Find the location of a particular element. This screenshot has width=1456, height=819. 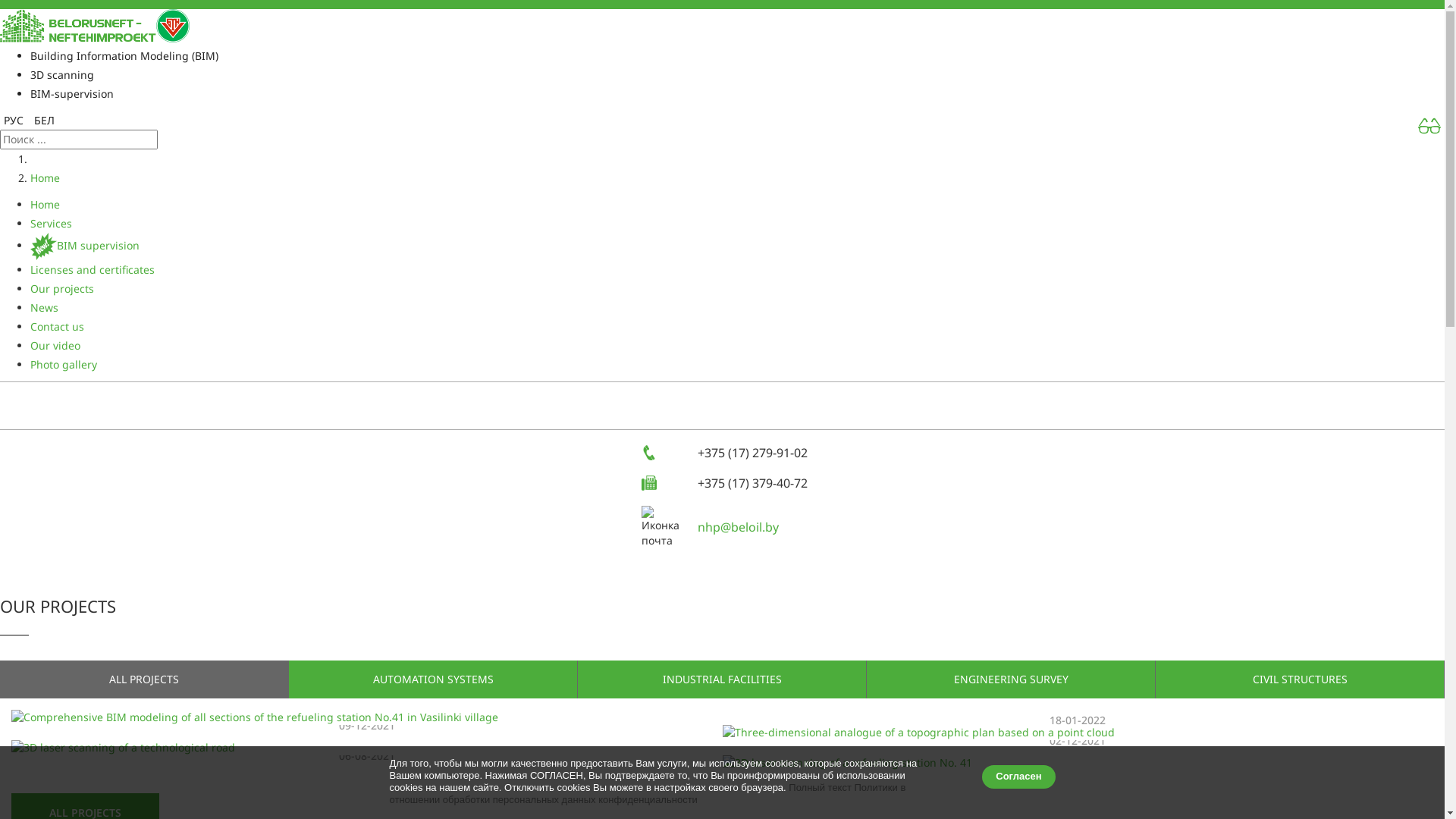

'Contact us' is located at coordinates (57, 325).